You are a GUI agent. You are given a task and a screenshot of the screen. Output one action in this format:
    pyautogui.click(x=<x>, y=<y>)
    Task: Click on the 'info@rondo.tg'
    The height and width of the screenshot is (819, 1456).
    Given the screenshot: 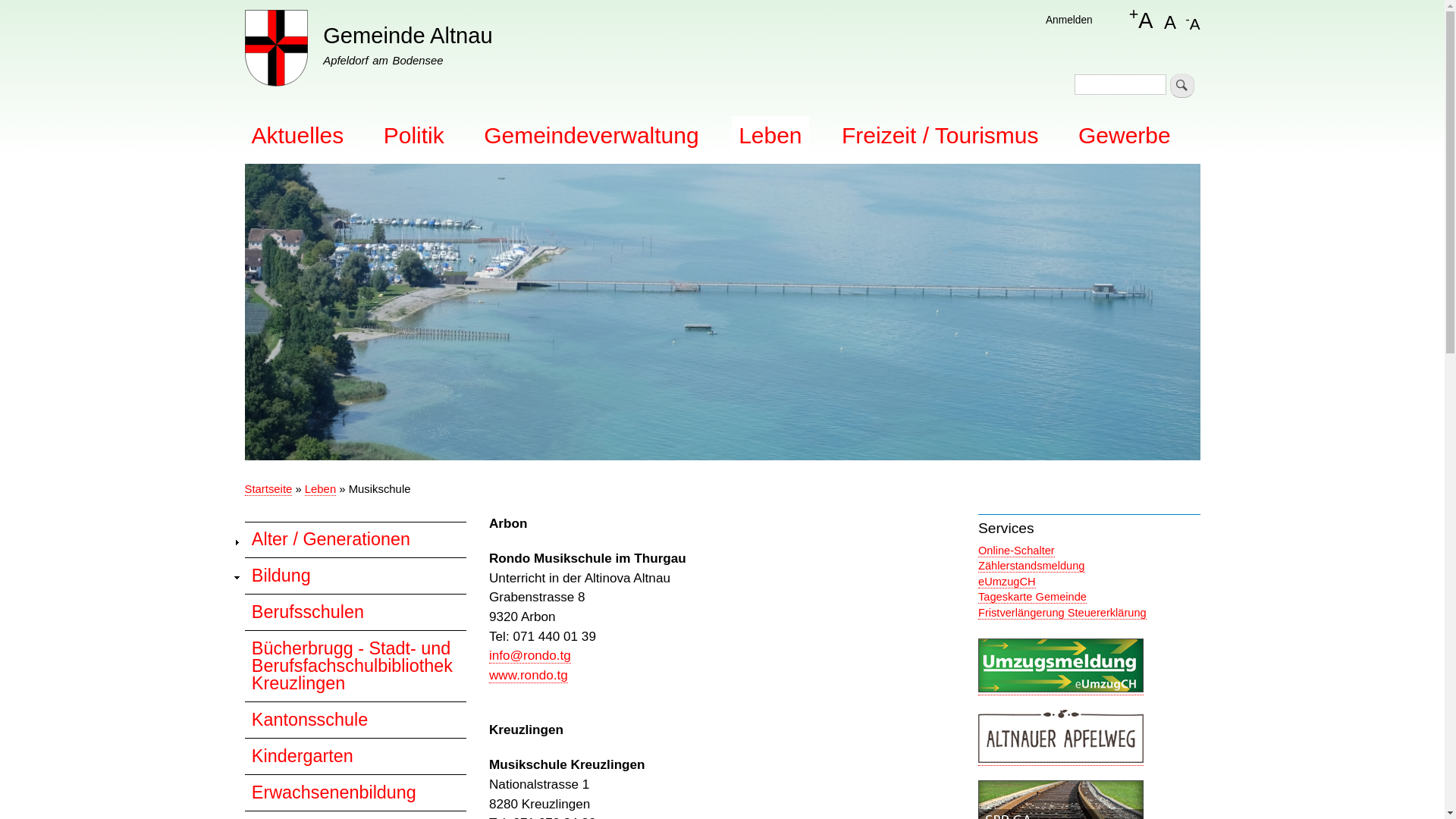 What is the action you would take?
    pyautogui.click(x=488, y=654)
    